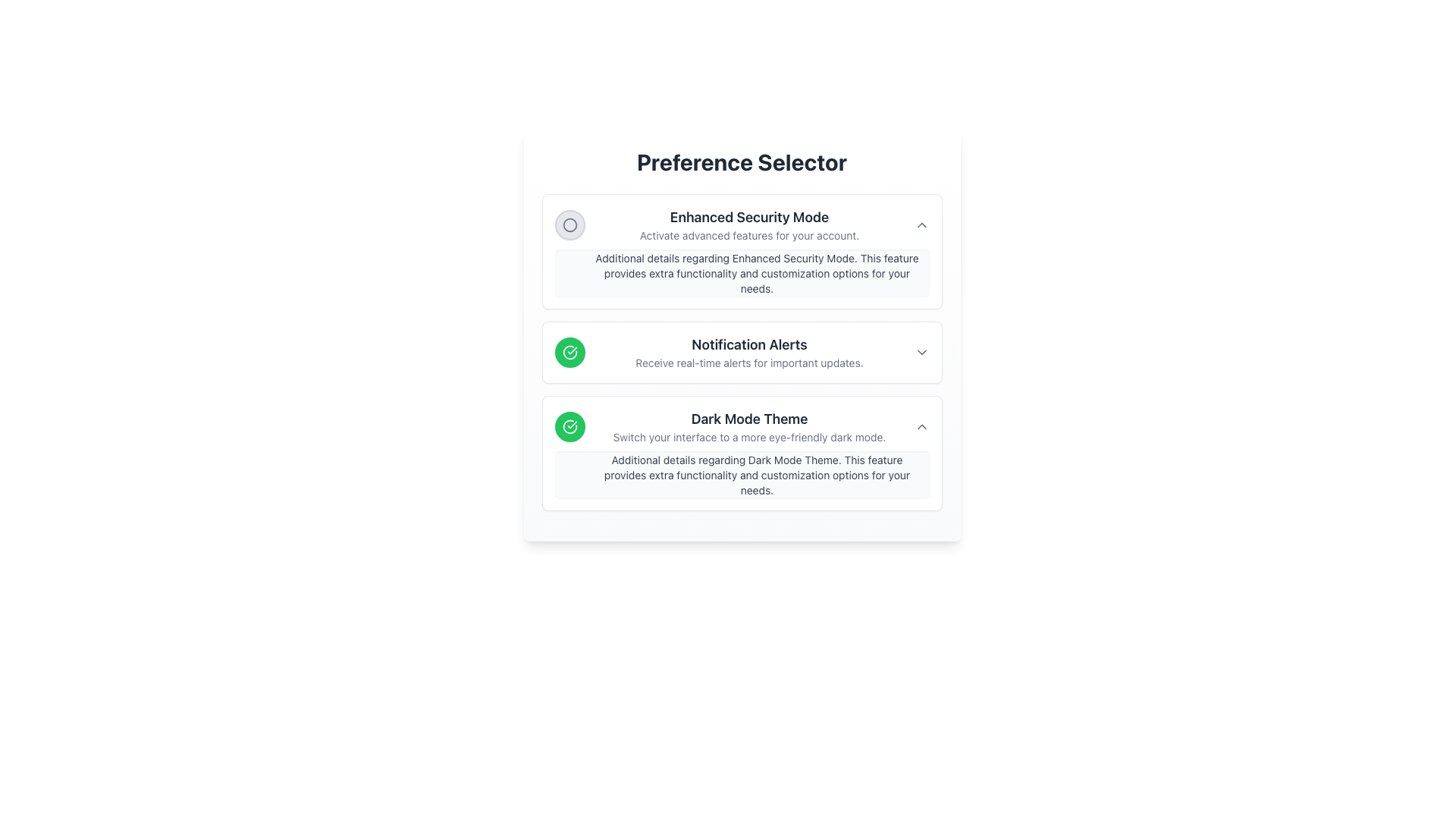 The image size is (1456, 819). Describe the element at coordinates (569, 427) in the screenshot. I see `the curved segment of the SVG icon representing Notification Alerts, which is part of the larger arc portion of the circular design` at that location.